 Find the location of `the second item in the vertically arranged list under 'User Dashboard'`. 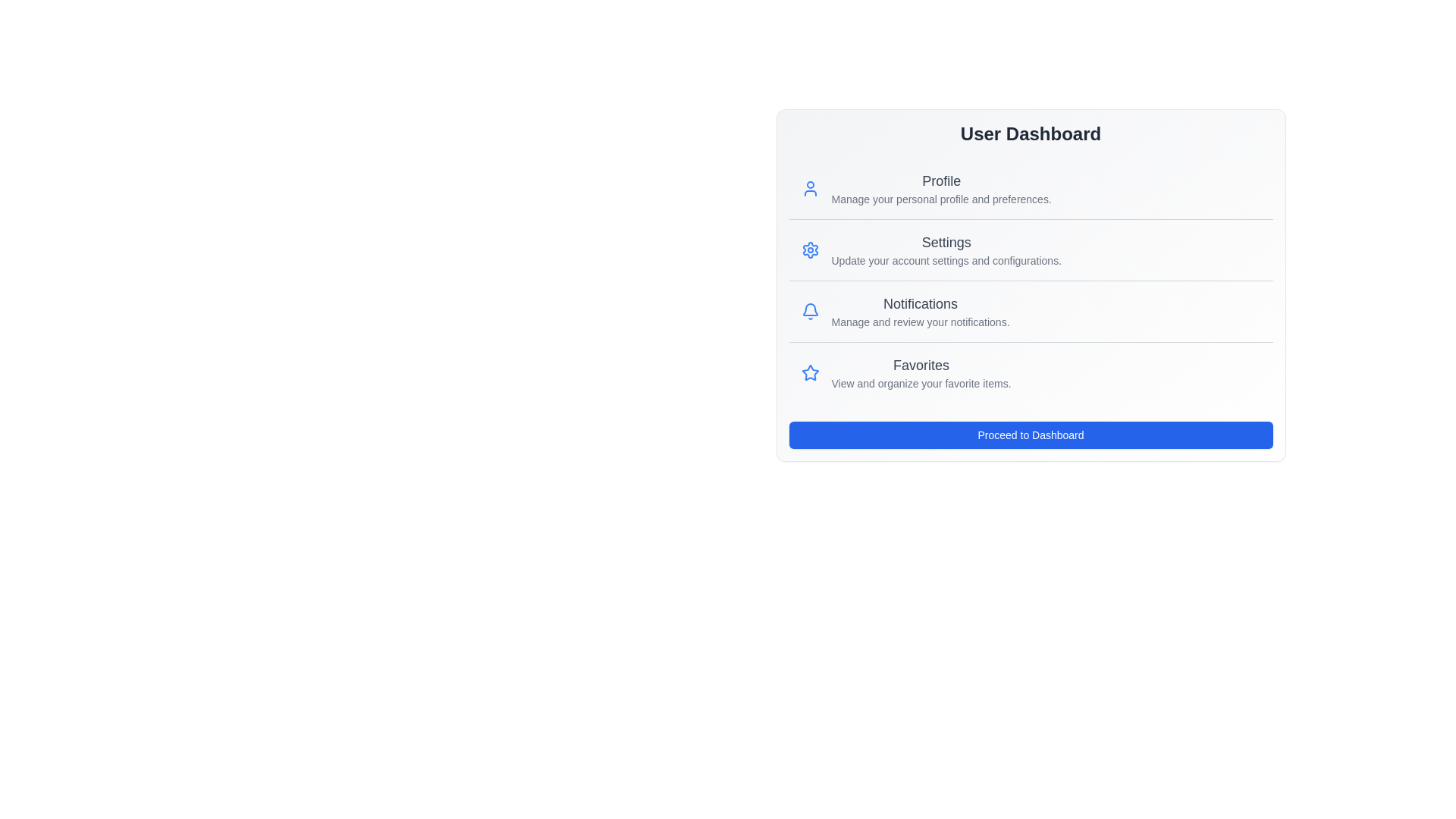

the second item in the vertically arranged list under 'User Dashboard' is located at coordinates (1031, 249).